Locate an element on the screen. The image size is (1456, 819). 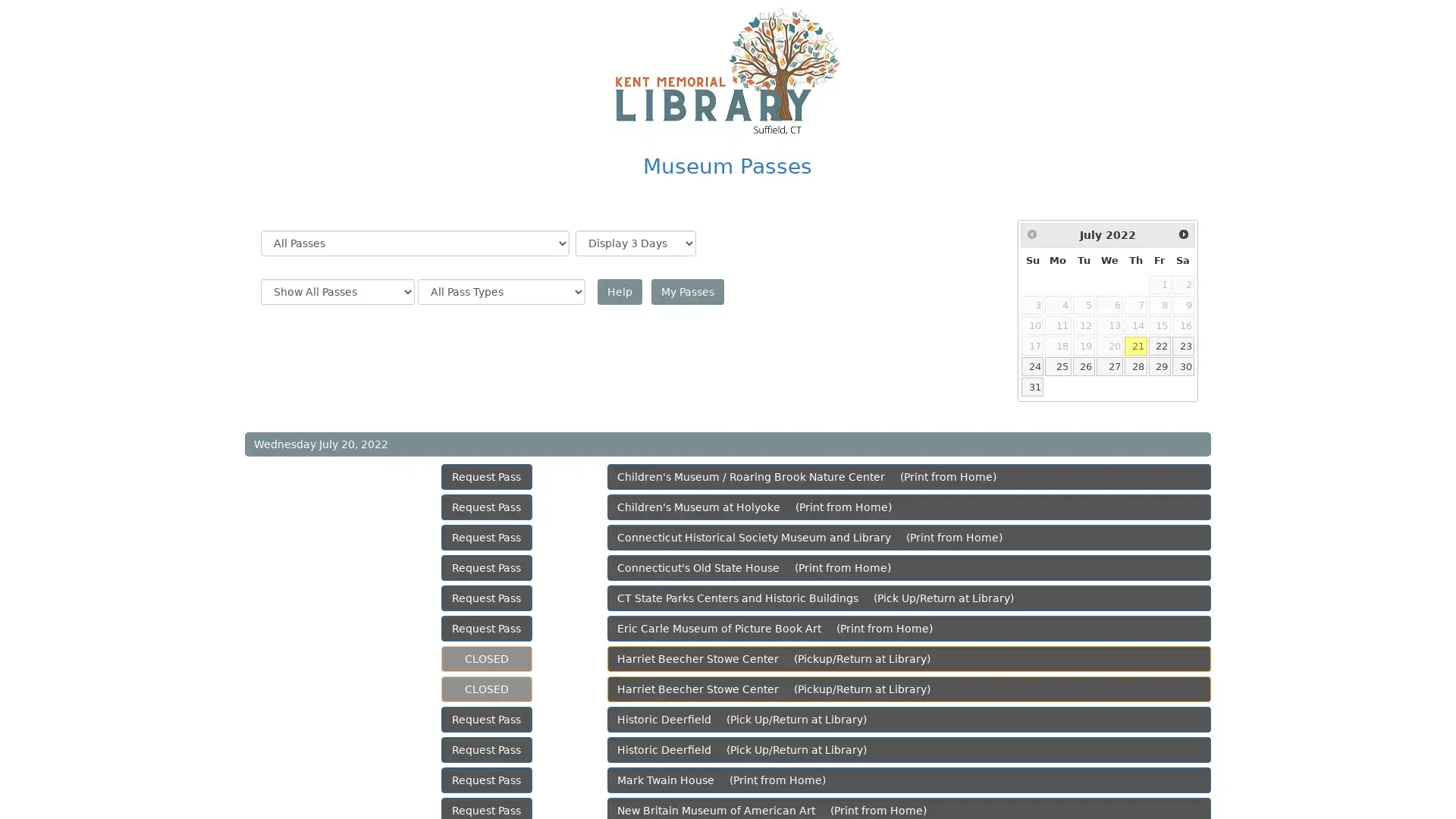
Historic Deerfield     (Pick Up/Return at Library) is located at coordinates (908, 718).